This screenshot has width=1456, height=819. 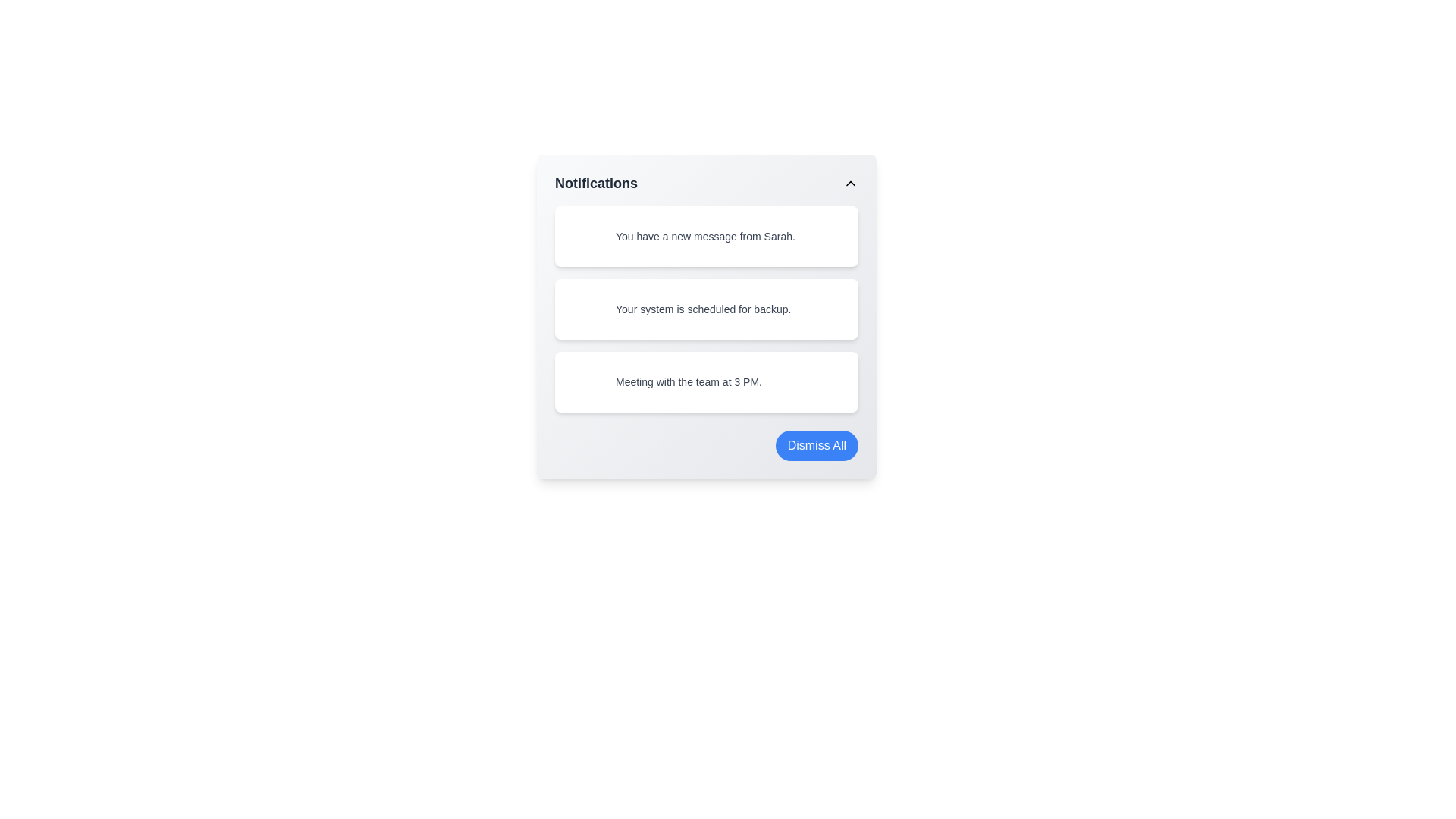 What do you see at coordinates (705, 381) in the screenshot?
I see `the third notification card in the notification panel that informs about an upcoming team meeting scheduled at 3 PM` at bounding box center [705, 381].